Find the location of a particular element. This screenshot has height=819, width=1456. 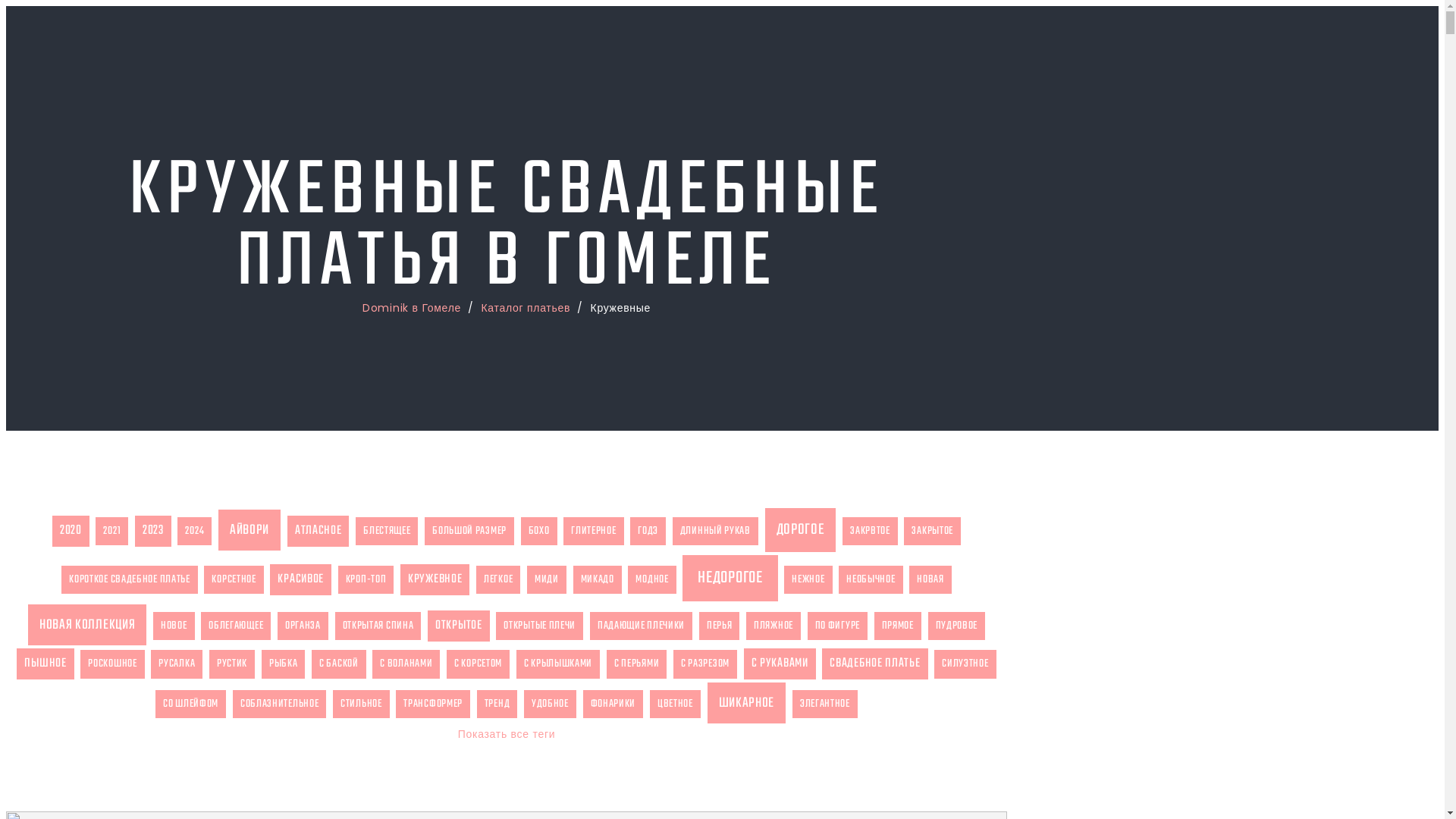

'2020' is located at coordinates (70, 530).